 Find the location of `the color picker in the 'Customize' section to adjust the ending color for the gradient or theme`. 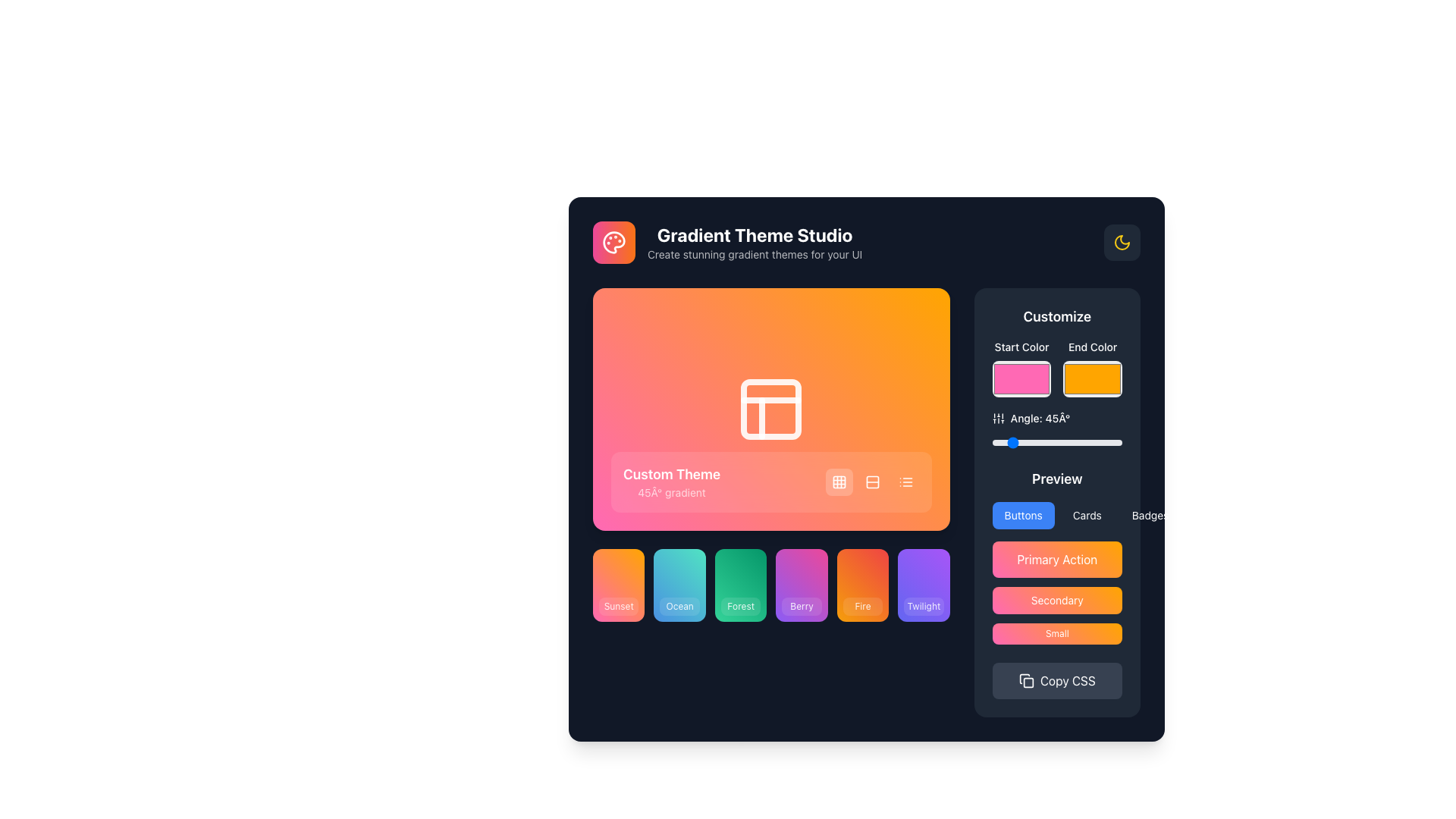

the color picker in the 'Customize' section to adjust the ending color for the gradient or theme is located at coordinates (1093, 369).